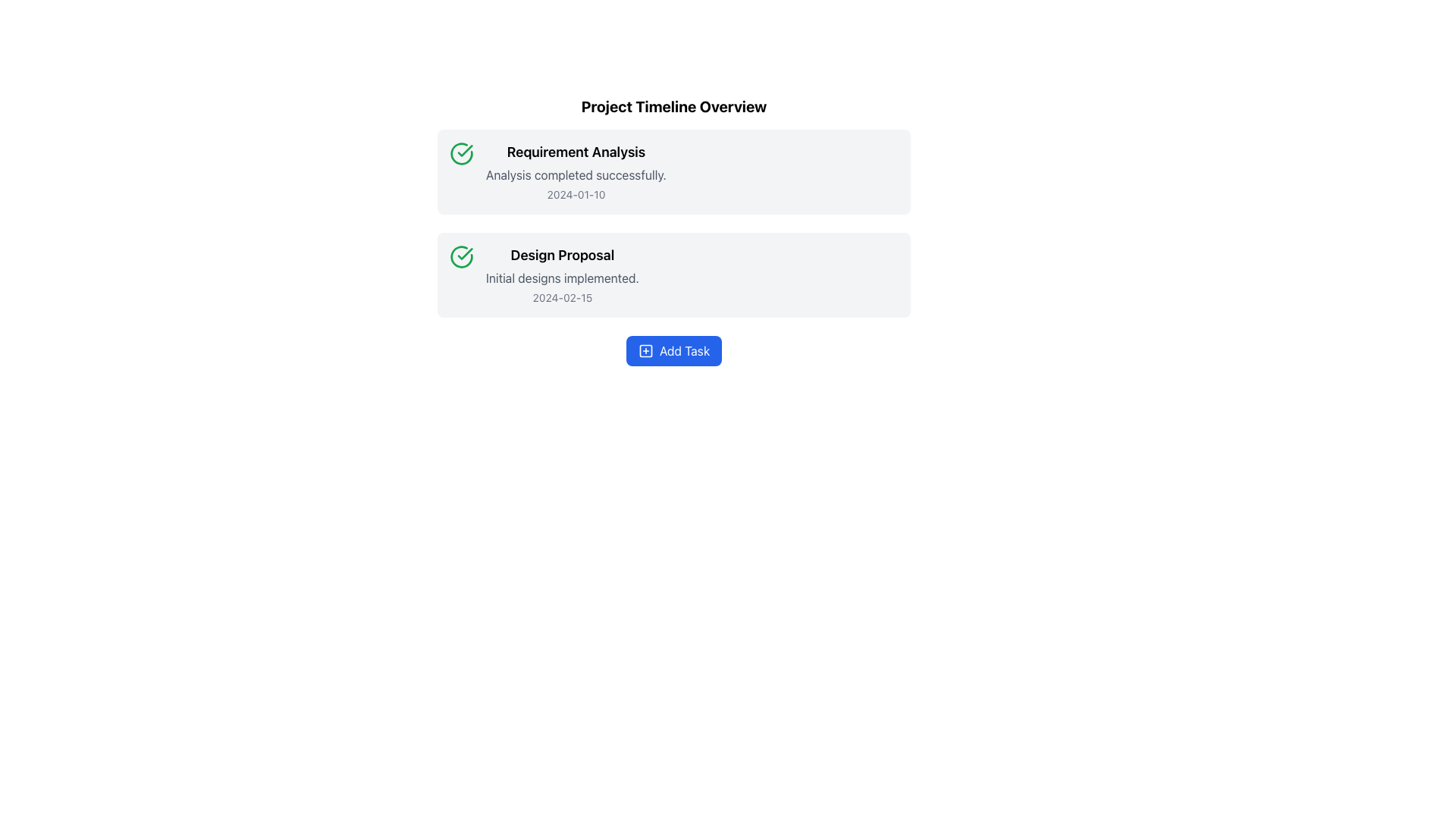  Describe the element at coordinates (575, 194) in the screenshot. I see `the static text label displaying the date in 'YYYY-MM-DD' format, which is styled in a small, gray font and located below the text 'Analysis completed successfully.' within the 'Requirement Analysis' section` at that location.